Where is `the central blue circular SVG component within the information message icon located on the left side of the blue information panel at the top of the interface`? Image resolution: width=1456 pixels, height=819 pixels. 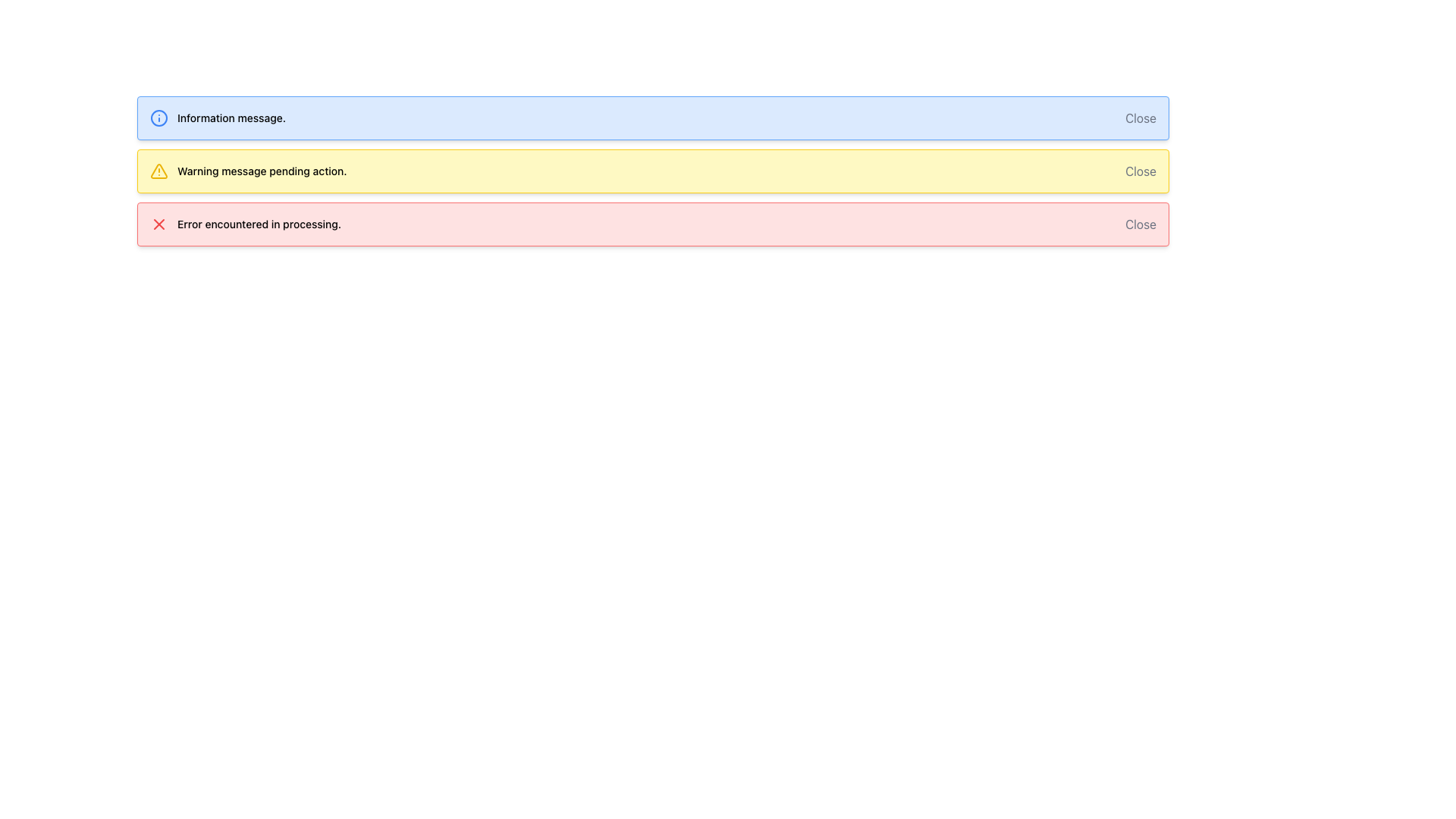
the central blue circular SVG component within the information message icon located on the left side of the blue information panel at the top of the interface is located at coordinates (159, 117).